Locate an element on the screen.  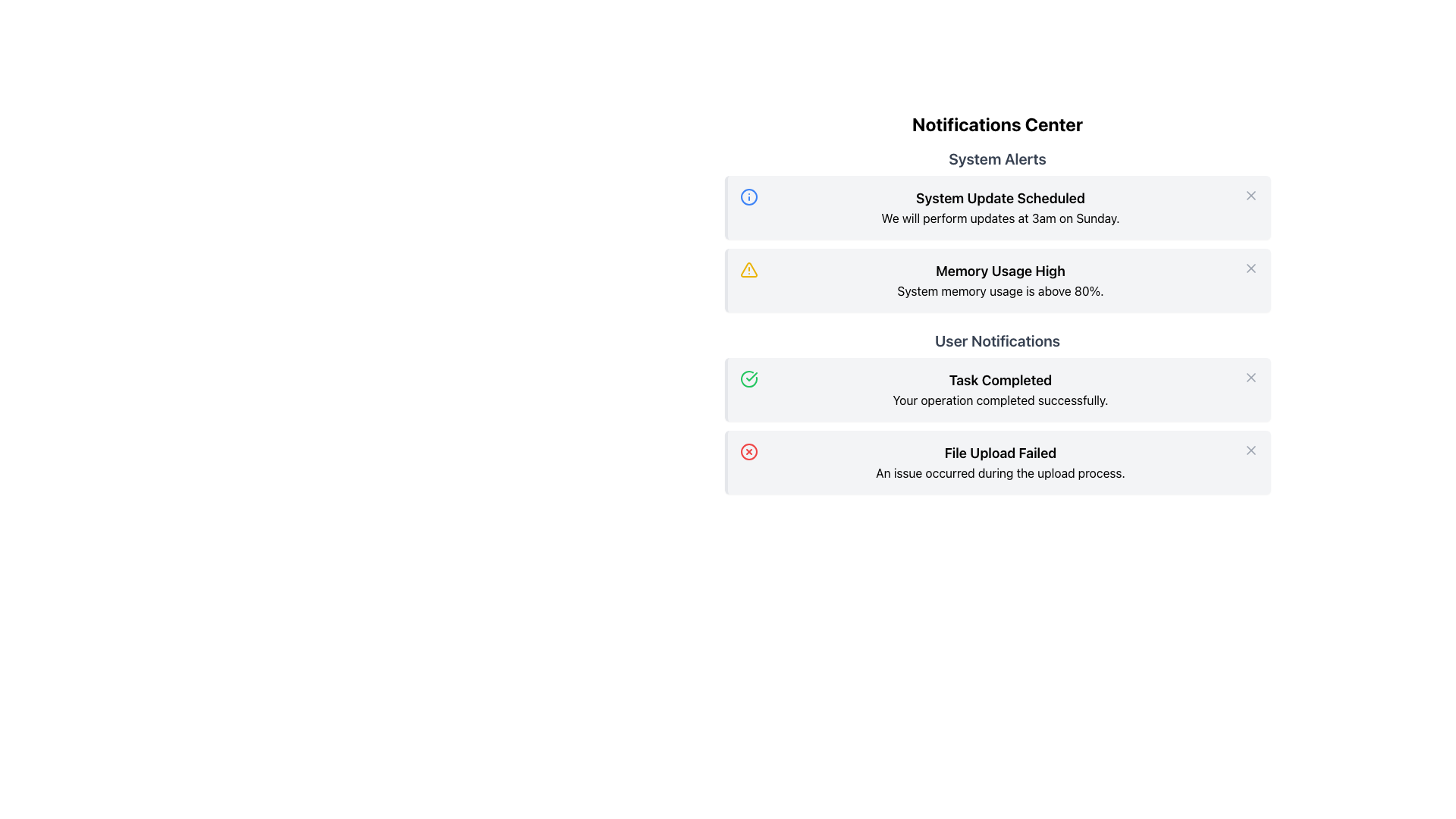
the yellow triangular warning icon with an exclamation mark located in the second notification card titled 'Memory Usage High' is located at coordinates (748, 268).